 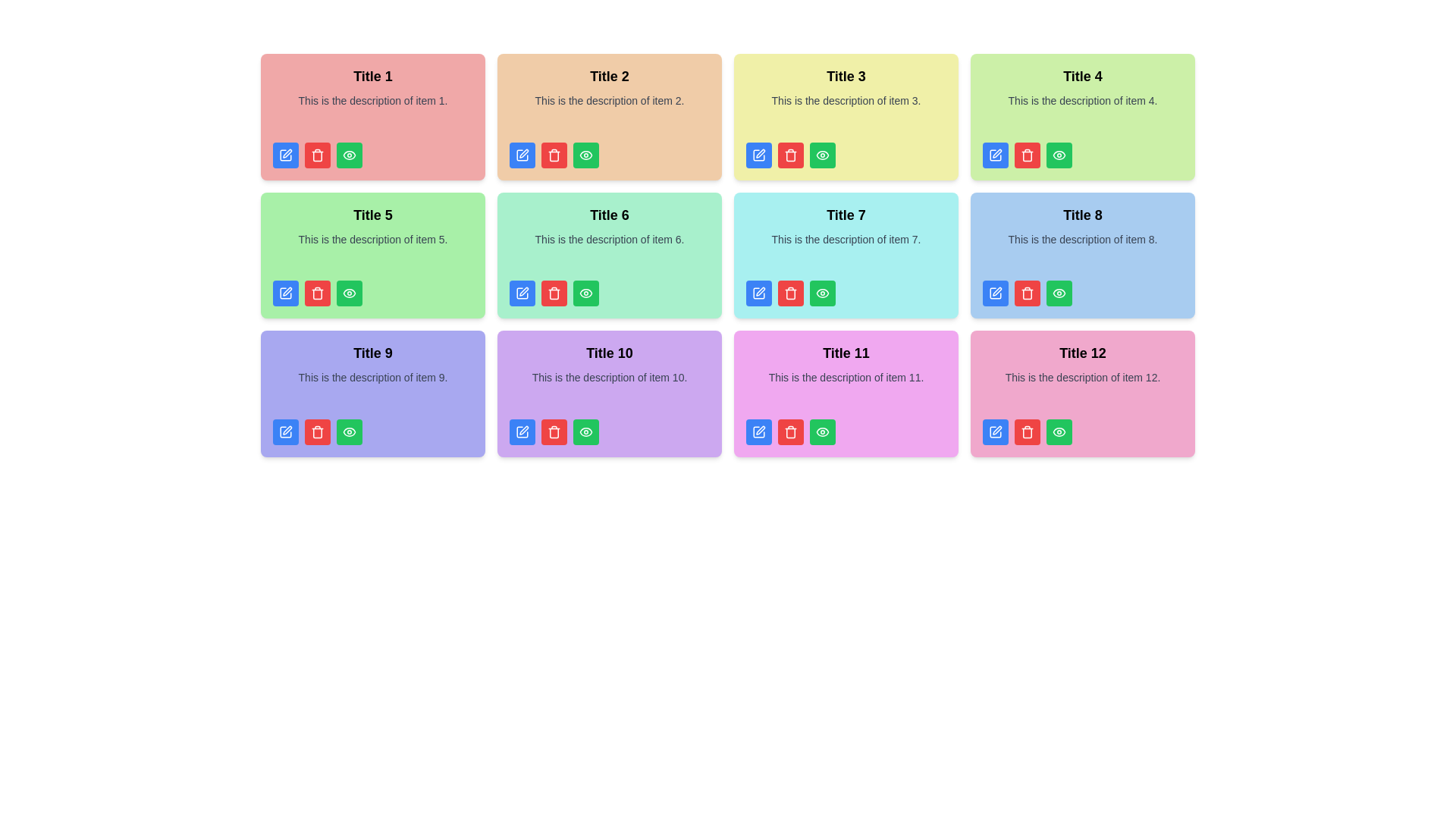 I want to click on the middle part of the trash icon located below the card title 'Title 12' in the bottom-right corner of the layout, so click(x=1027, y=432).